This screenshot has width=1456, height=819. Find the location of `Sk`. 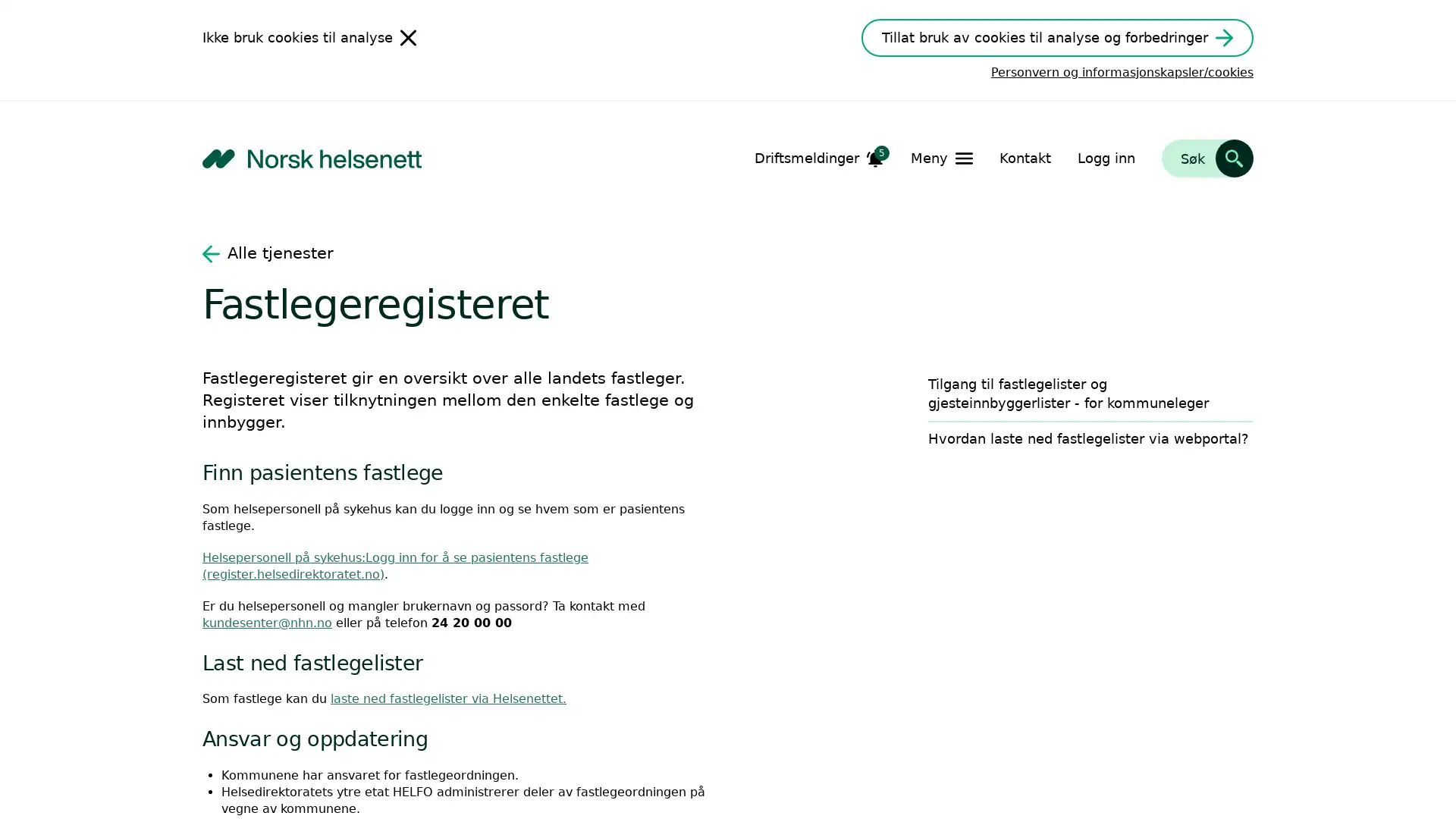

Sk is located at coordinates (1234, 158).